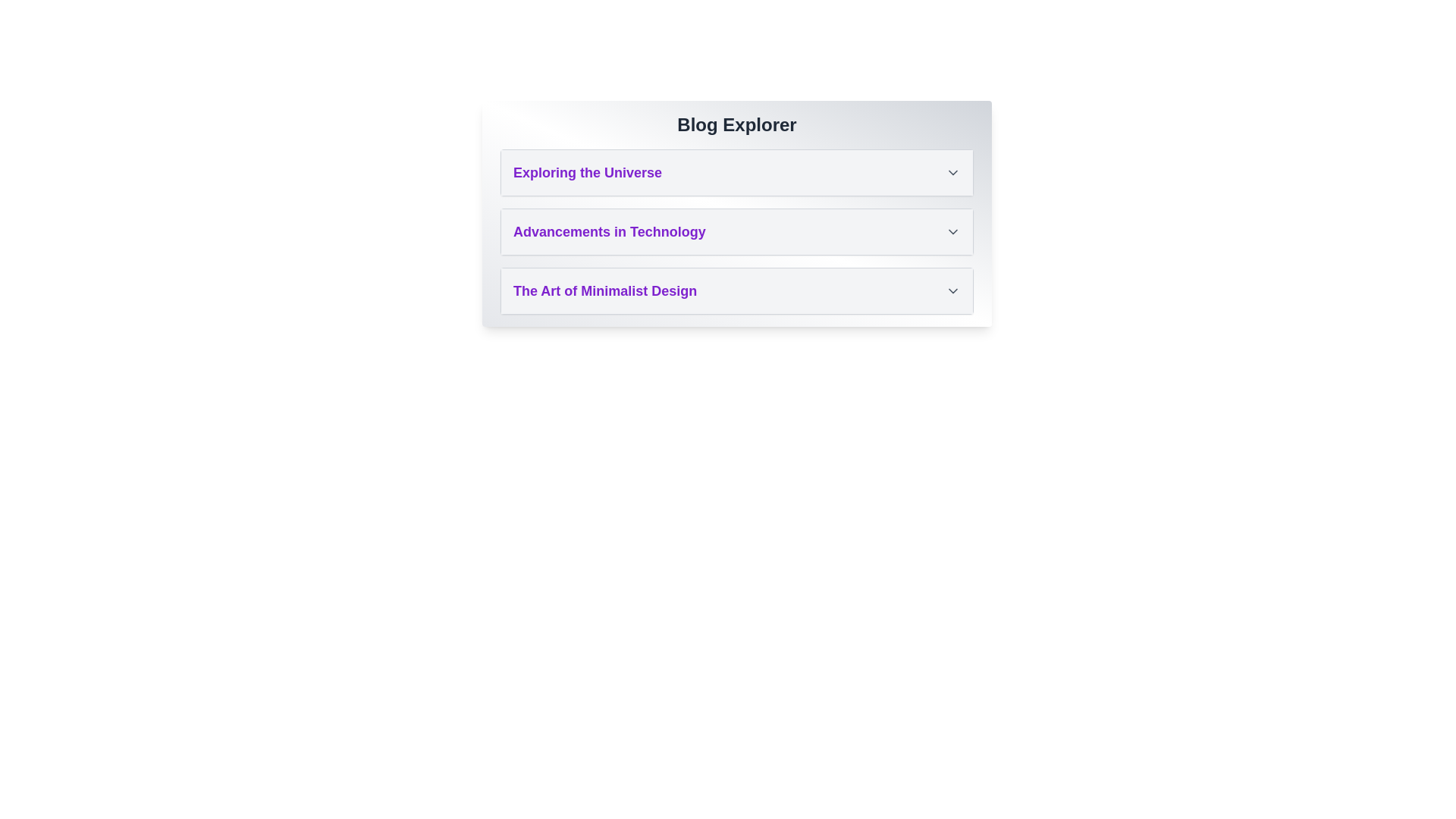  Describe the element at coordinates (736, 213) in the screenshot. I see `the 'Advancements in Technology' item in the collapsible 'Blog Explorer' section` at that location.